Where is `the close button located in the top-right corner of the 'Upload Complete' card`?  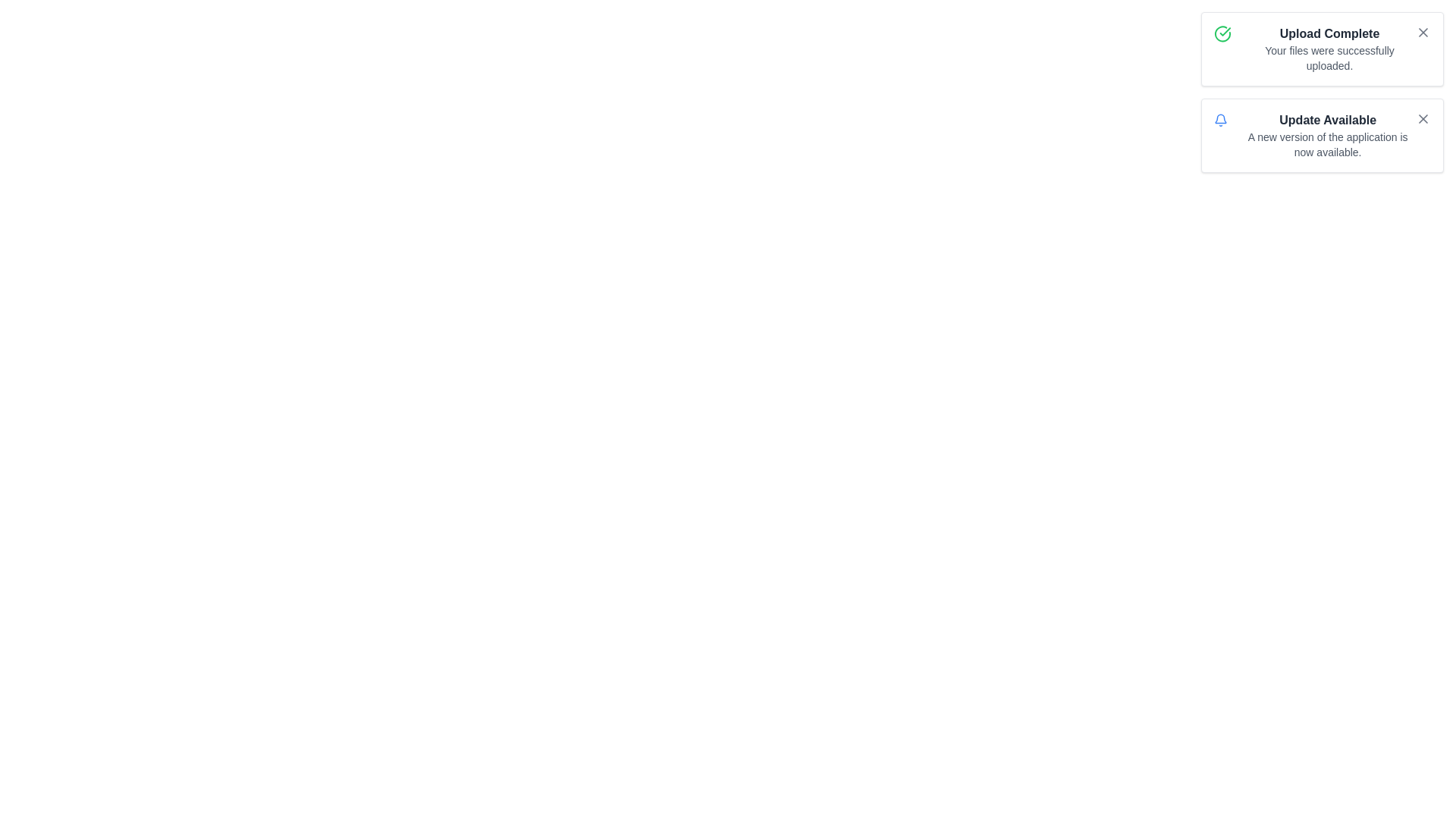 the close button located in the top-right corner of the 'Upload Complete' card is located at coordinates (1422, 32).